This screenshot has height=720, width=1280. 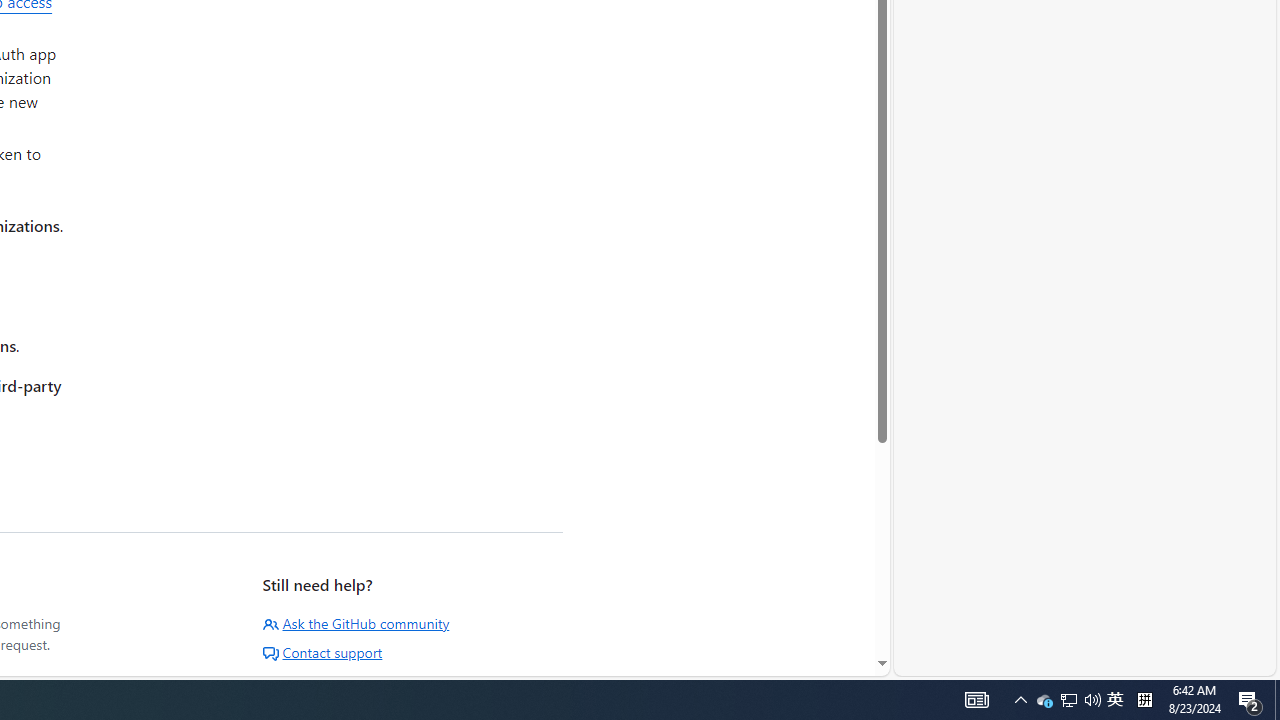 I want to click on 'Contact support', so click(x=322, y=652).